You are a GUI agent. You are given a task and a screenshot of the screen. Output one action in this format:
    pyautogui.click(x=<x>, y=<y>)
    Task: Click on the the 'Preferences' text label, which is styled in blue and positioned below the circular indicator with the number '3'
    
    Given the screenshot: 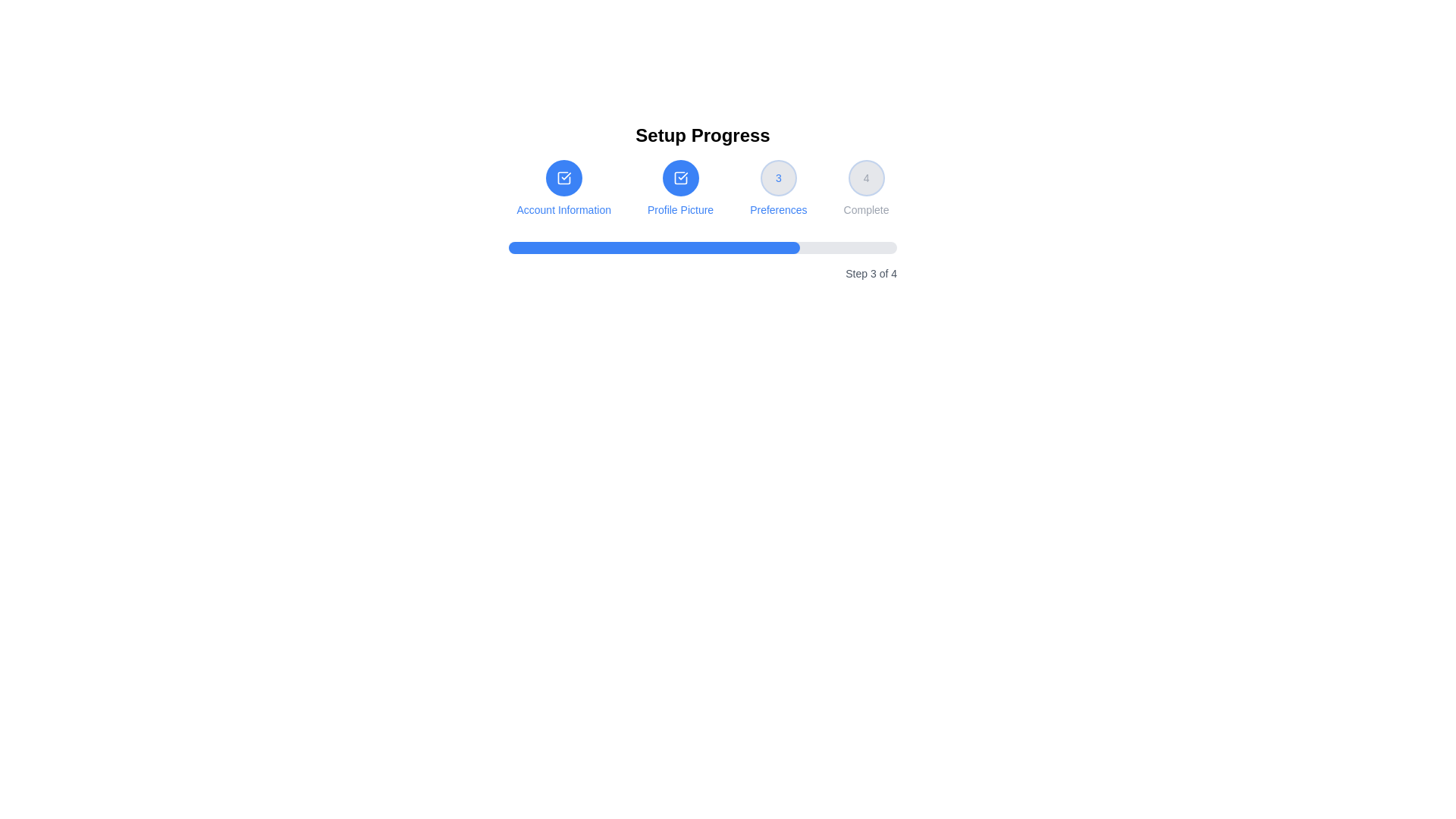 What is the action you would take?
    pyautogui.click(x=778, y=210)
    